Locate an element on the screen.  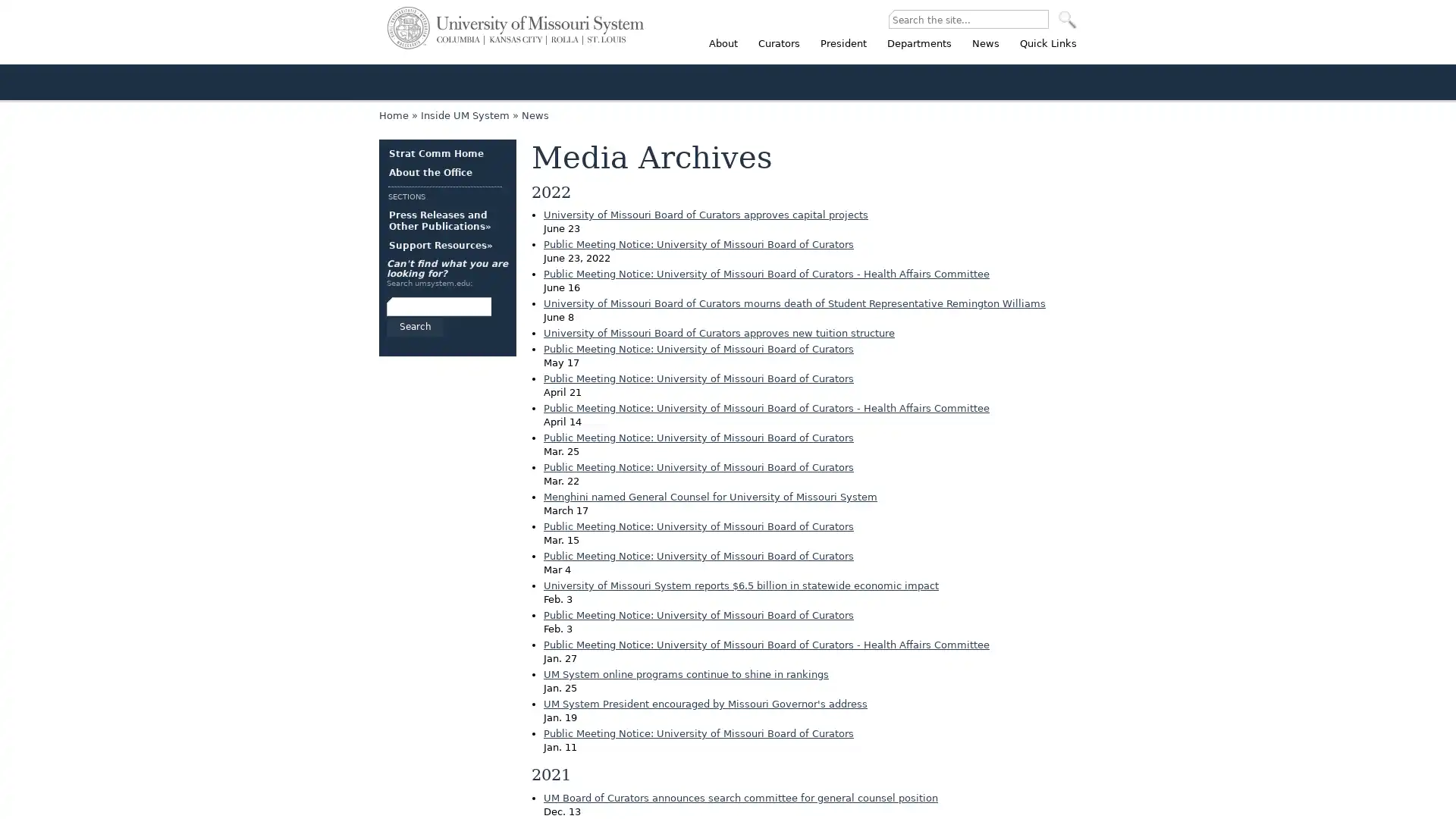
SEARCH is located at coordinates (1066, 20).